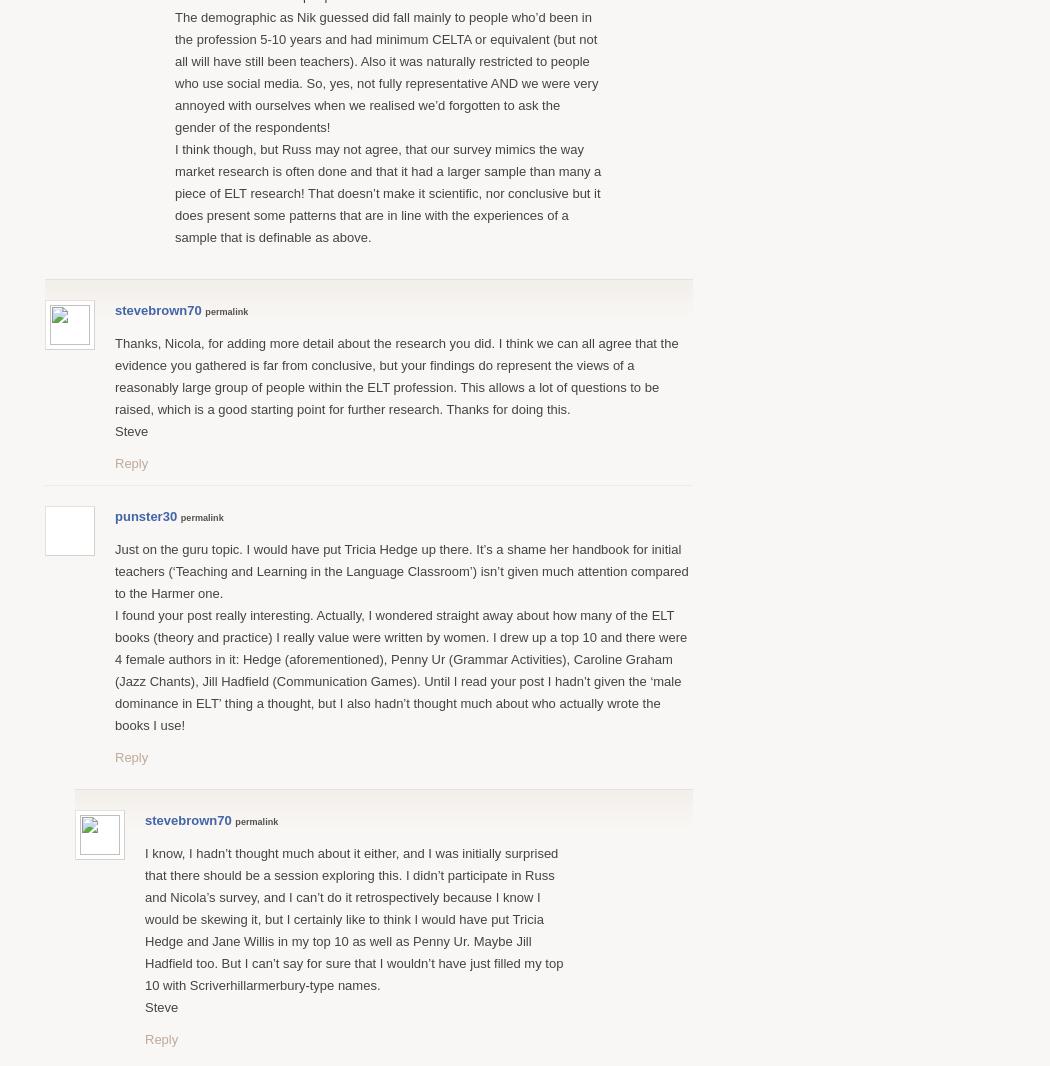 The image size is (1050, 1066). I want to click on 'I know, I hadn’t thought much about it either, and I was initially surprised that there should be a session exploring this. I didn’t participate in Russ and Nicola’s survey, and I can’t do it retrospectively because I know I would be skewing it, but I certainly like to think I would have put Tricia Hedge and Jane Willis in my top 10 as well as Penny Ur. Maybe Jill Hadfield too. But I can’t say for sure that I wouldn’t have just filled my top 10 with Scriverhillarmerbury-type names.', so click(352, 918).